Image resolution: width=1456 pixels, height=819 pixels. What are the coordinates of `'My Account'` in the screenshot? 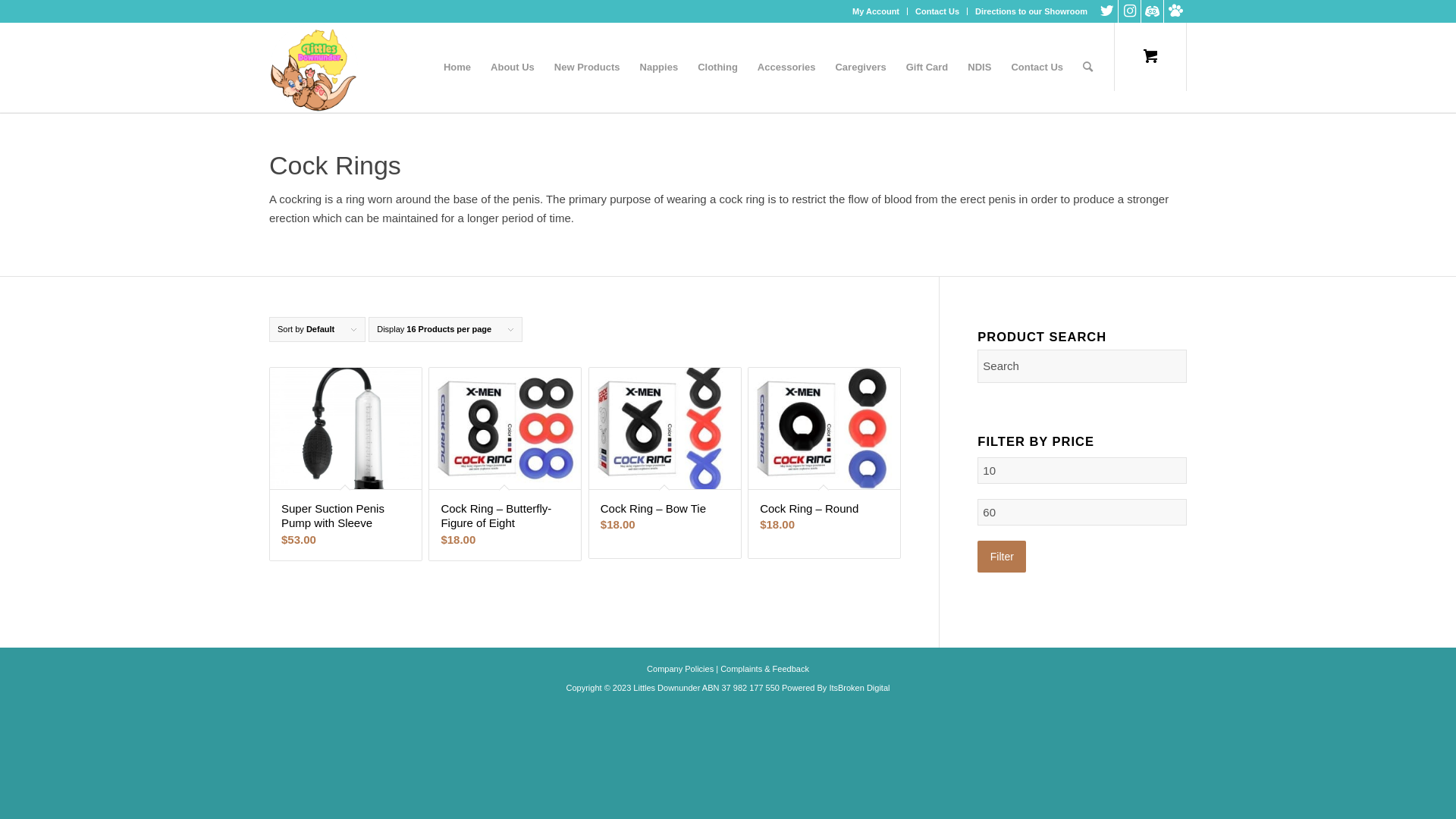 It's located at (852, 11).